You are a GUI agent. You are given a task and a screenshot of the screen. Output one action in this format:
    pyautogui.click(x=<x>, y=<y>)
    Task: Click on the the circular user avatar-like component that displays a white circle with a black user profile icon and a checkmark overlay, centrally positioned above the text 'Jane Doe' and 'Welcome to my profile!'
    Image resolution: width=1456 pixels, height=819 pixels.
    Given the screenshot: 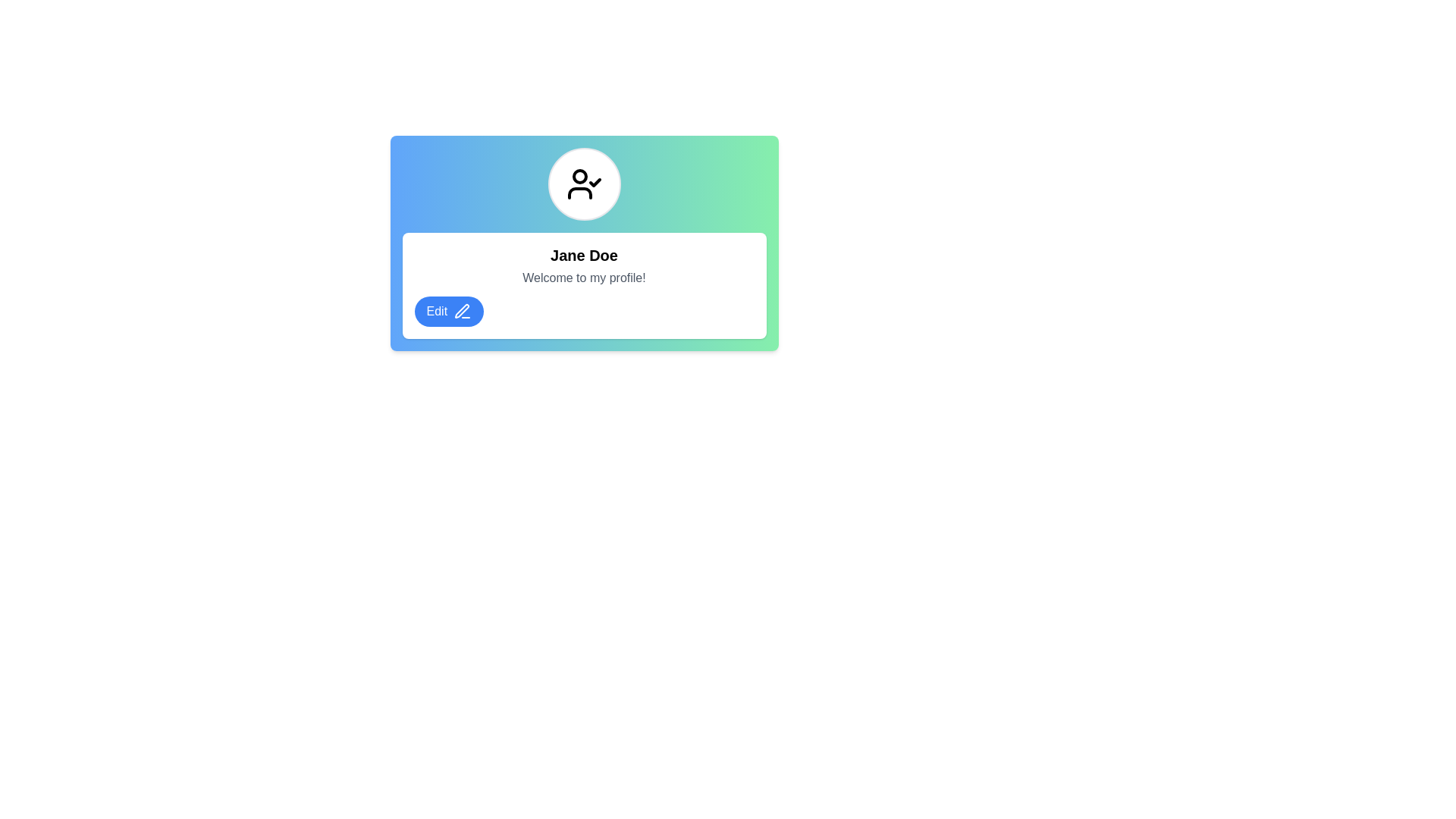 What is the action you would take?
    pyautogui.click(x=583, y=184)
    